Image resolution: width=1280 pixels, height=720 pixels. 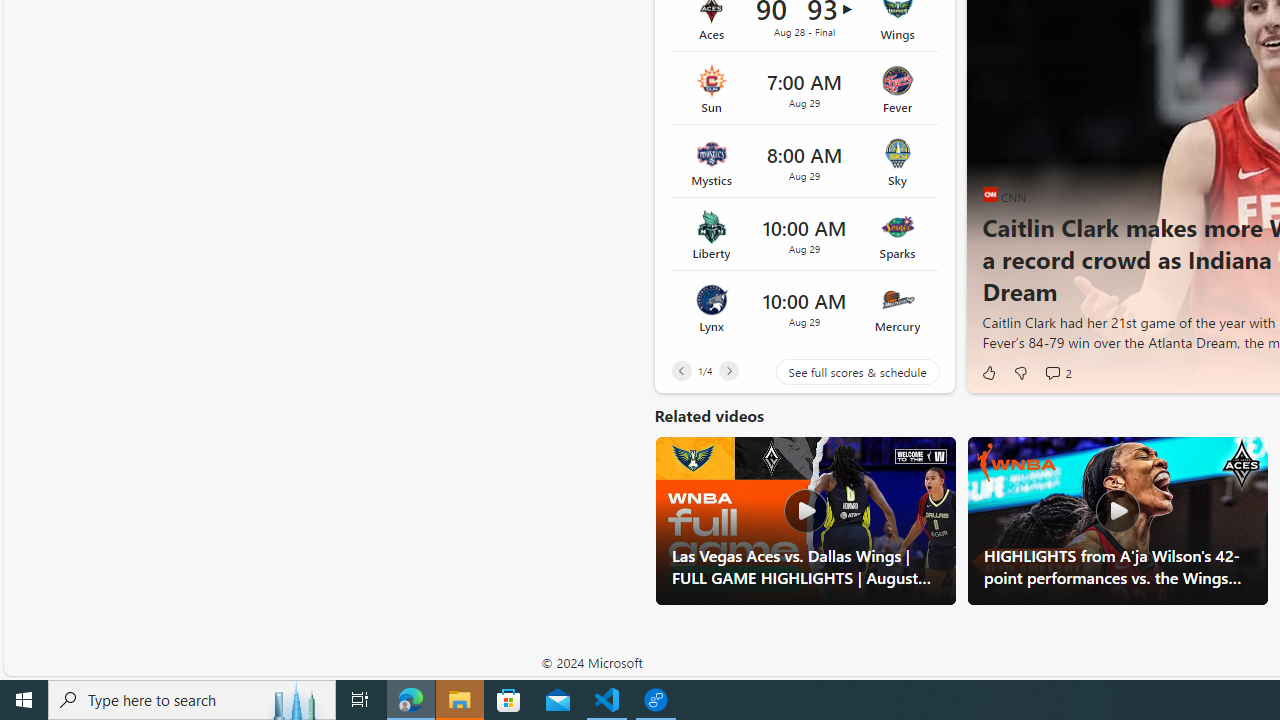 I want to click on 'See full scores & schedule', so click(x=842, y=372).